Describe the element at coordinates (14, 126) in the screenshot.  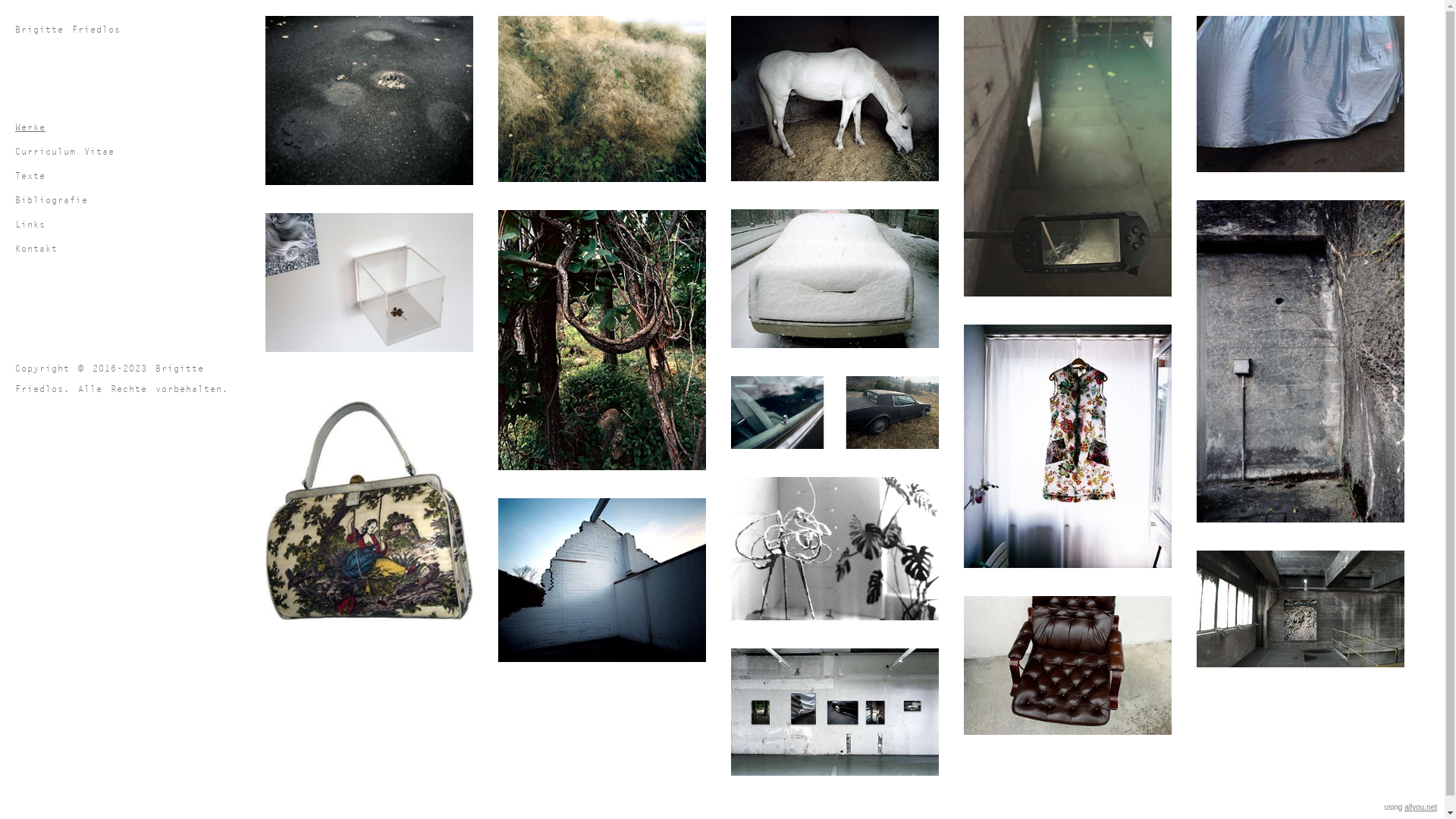
I see `'Werke'` at that location.